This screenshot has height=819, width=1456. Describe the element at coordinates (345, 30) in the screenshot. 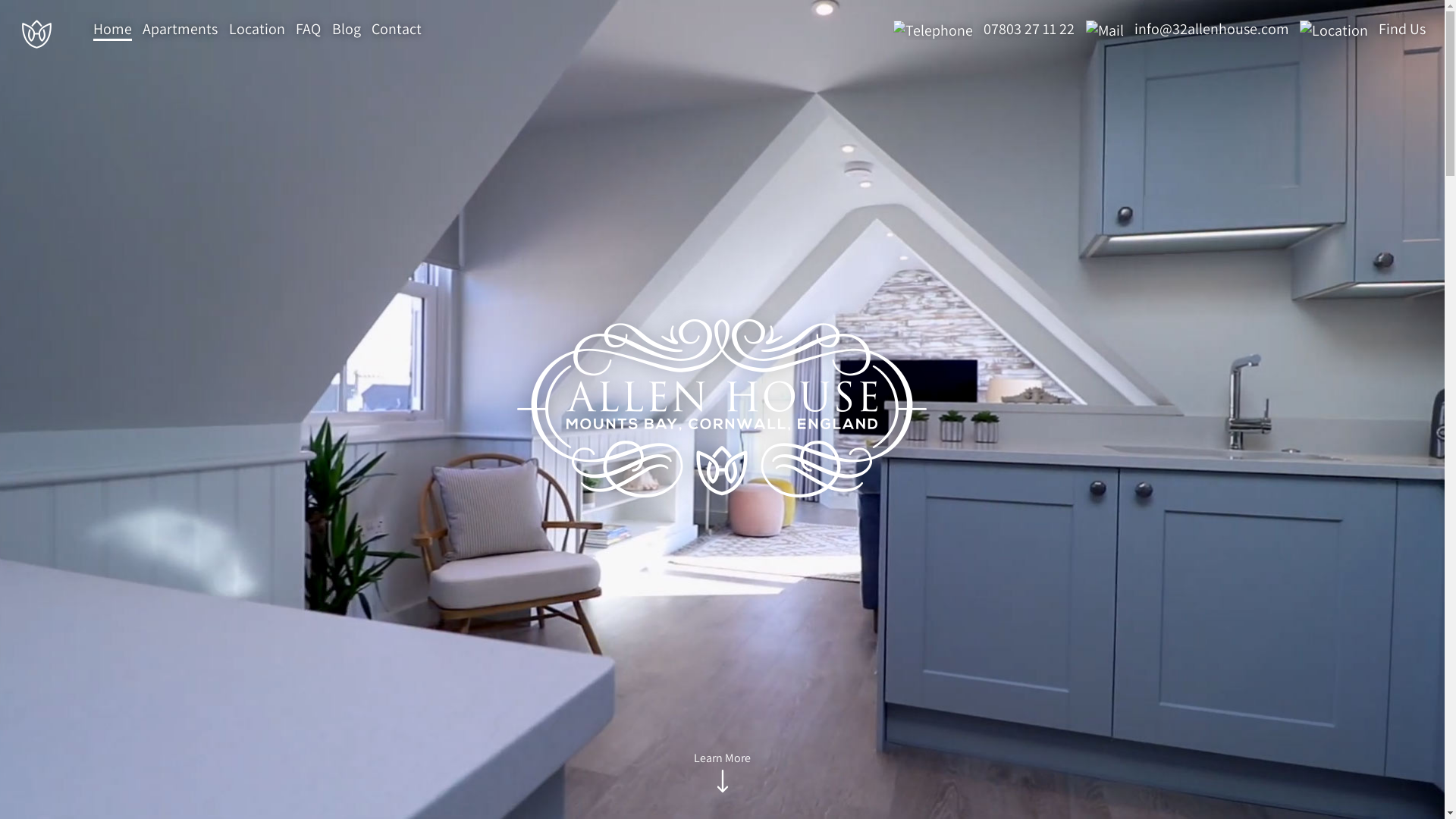

I see `'Blog'` at that location.